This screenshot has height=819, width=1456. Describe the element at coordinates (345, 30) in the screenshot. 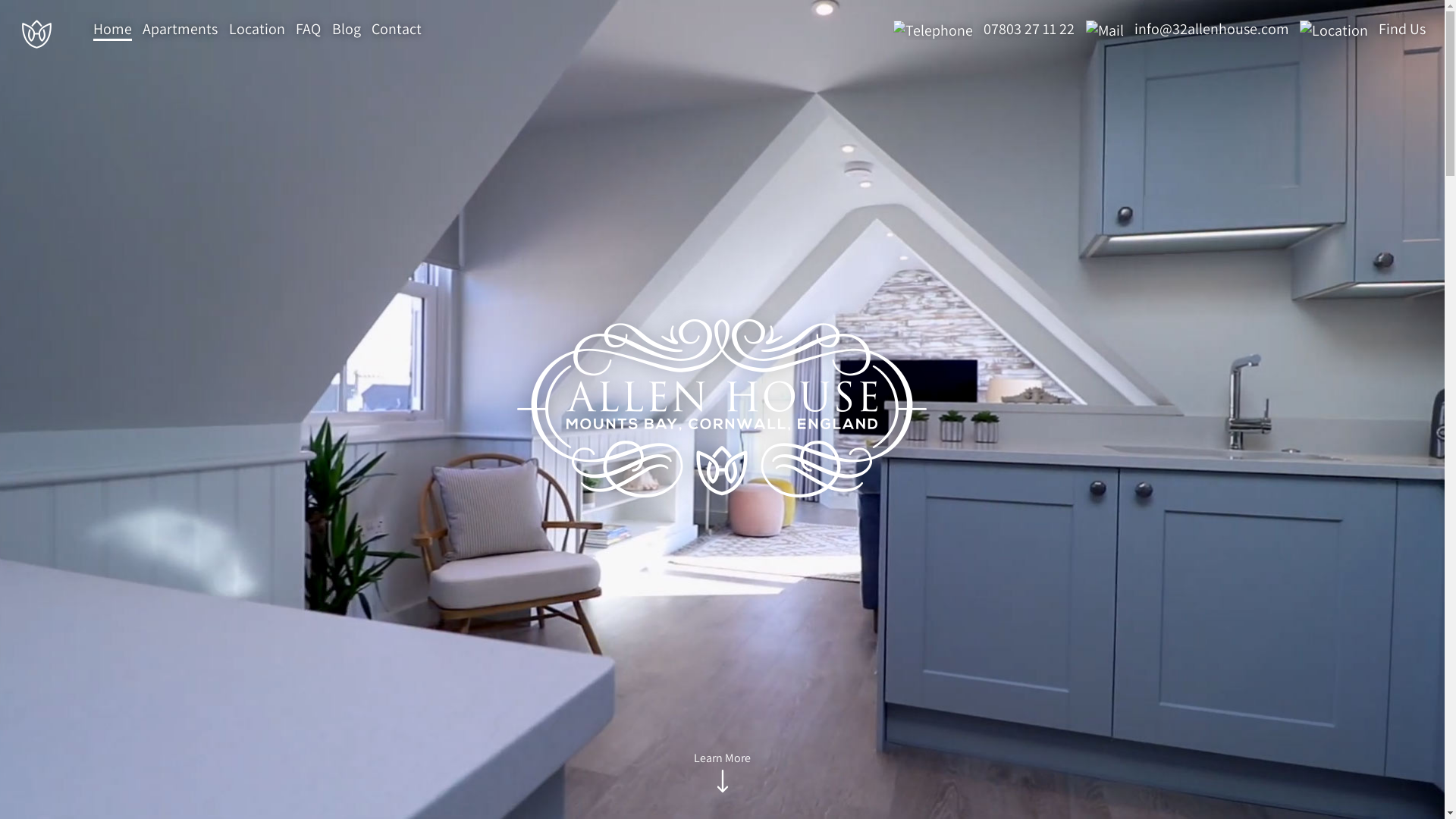

I see `'Blog'` at that location.